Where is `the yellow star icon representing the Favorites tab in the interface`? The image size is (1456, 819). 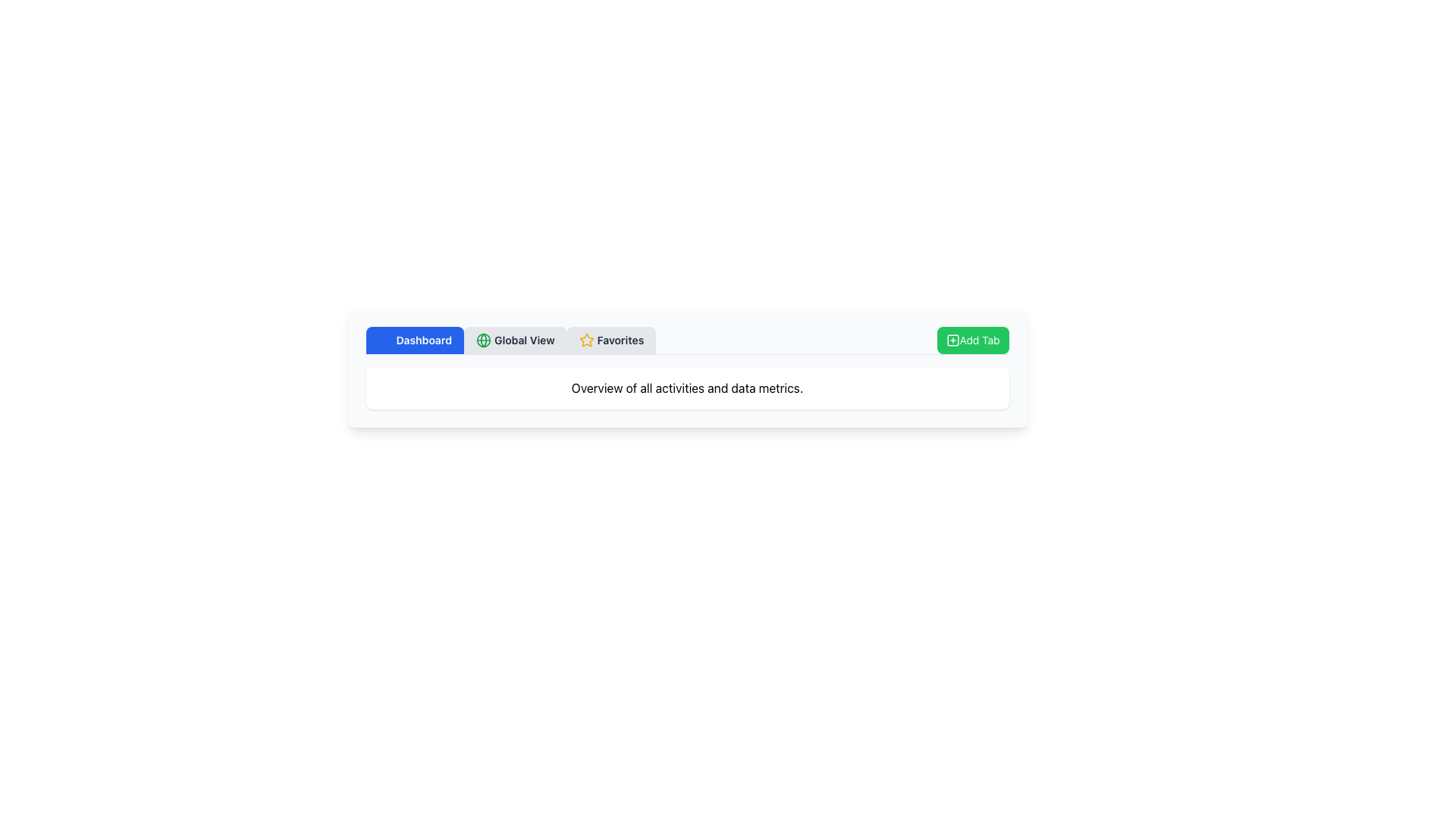
the yellow star icon representing the Favorites tab in the interface is located at coordinates (585, 339).